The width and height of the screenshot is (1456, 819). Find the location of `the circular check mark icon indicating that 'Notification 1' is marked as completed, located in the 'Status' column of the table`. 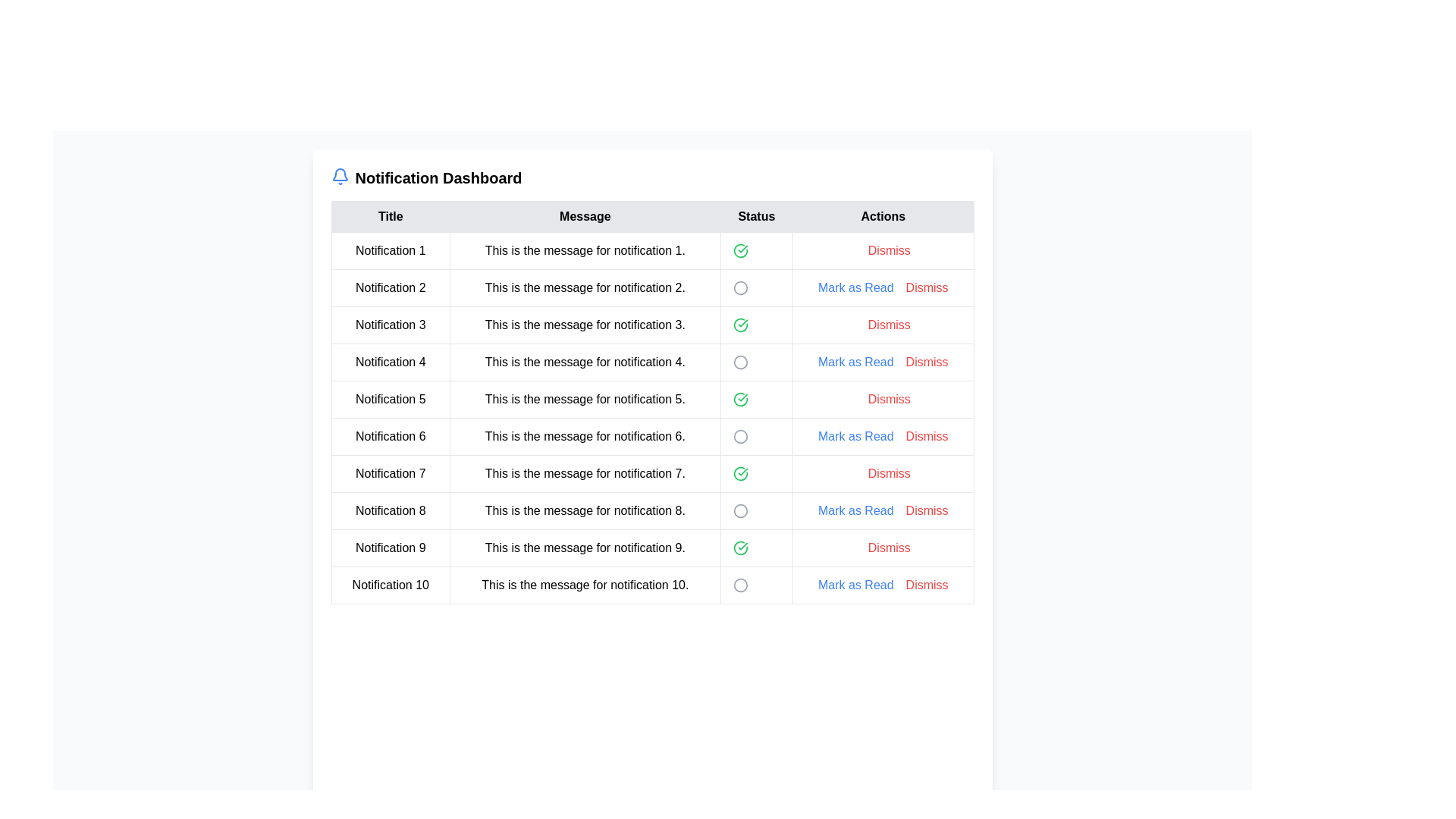

the circular check mark icon indicating that 'Notification 1' is marked as completed, located in the 'Status' column of the table is located at coordinates (740, 250).